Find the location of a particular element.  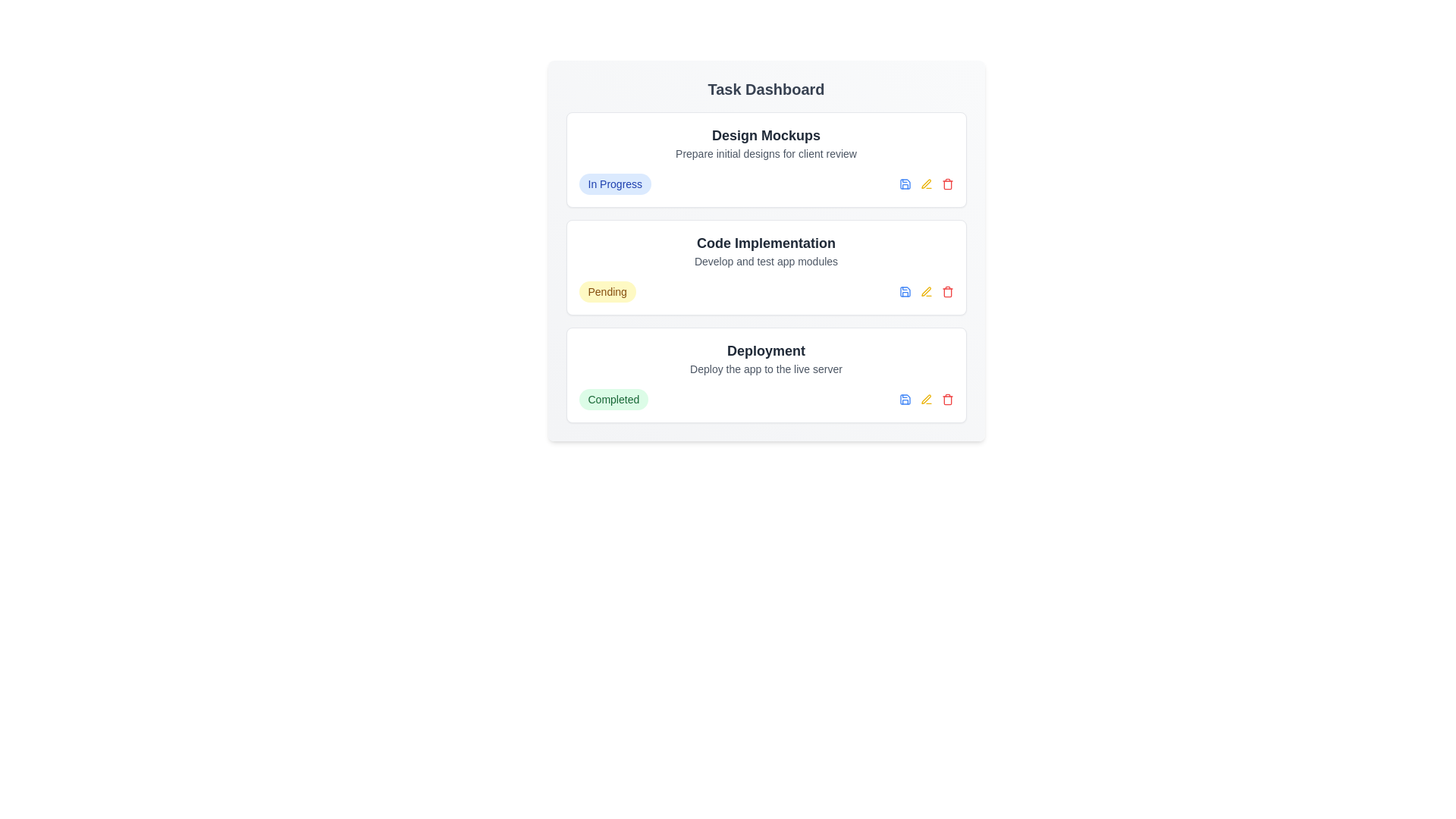

the save button for the task with title 'Code Implementation' is located at coordinates (905, 292).